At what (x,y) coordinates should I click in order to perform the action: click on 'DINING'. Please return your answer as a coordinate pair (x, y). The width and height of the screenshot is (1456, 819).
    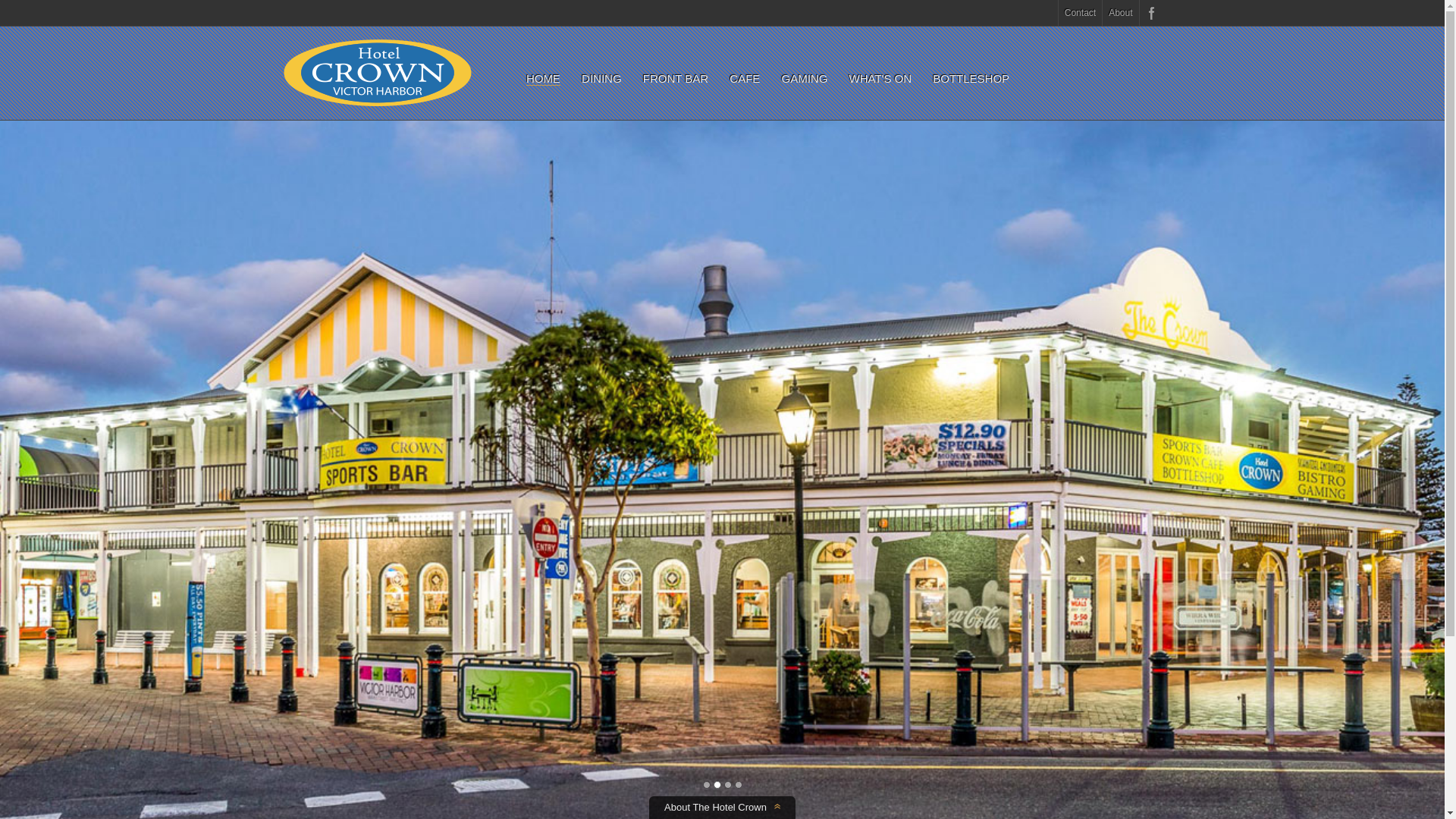
    Looking at the image, I should click on (601, 78).